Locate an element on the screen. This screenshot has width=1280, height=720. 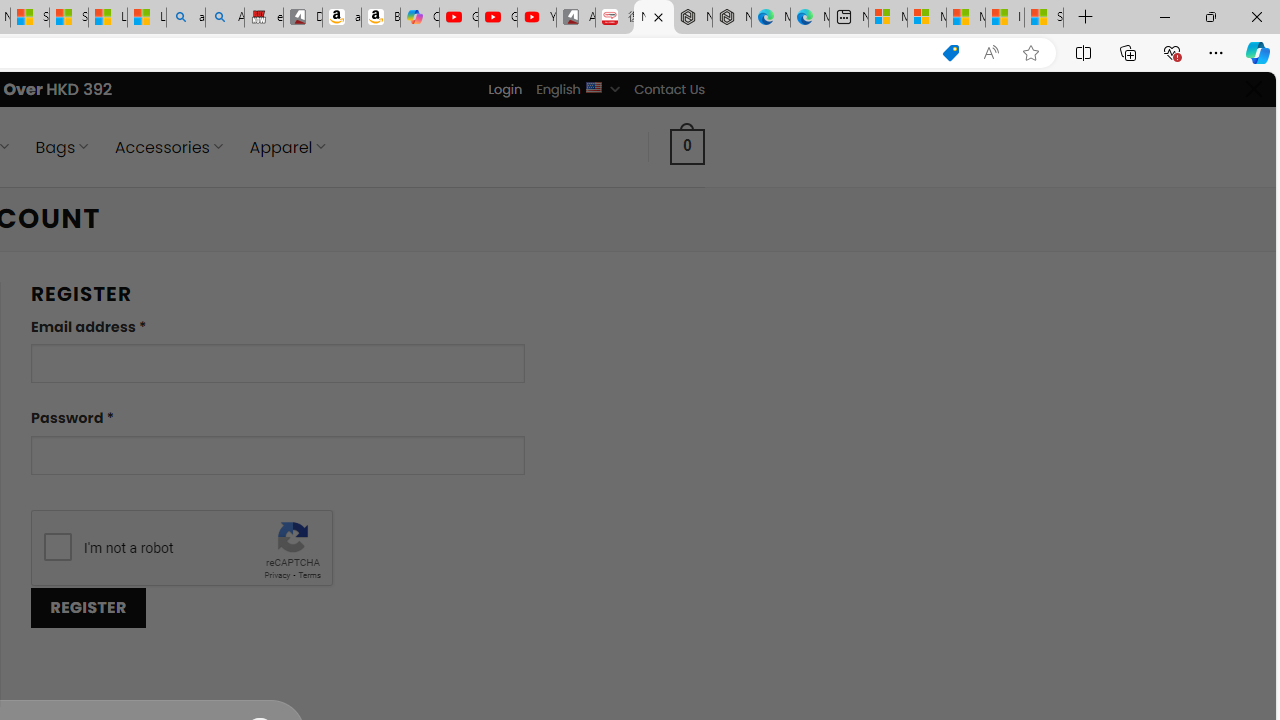
'YouTube Kids - An App Created for Kids to Explore Content' is located at coordinates (536, 17).